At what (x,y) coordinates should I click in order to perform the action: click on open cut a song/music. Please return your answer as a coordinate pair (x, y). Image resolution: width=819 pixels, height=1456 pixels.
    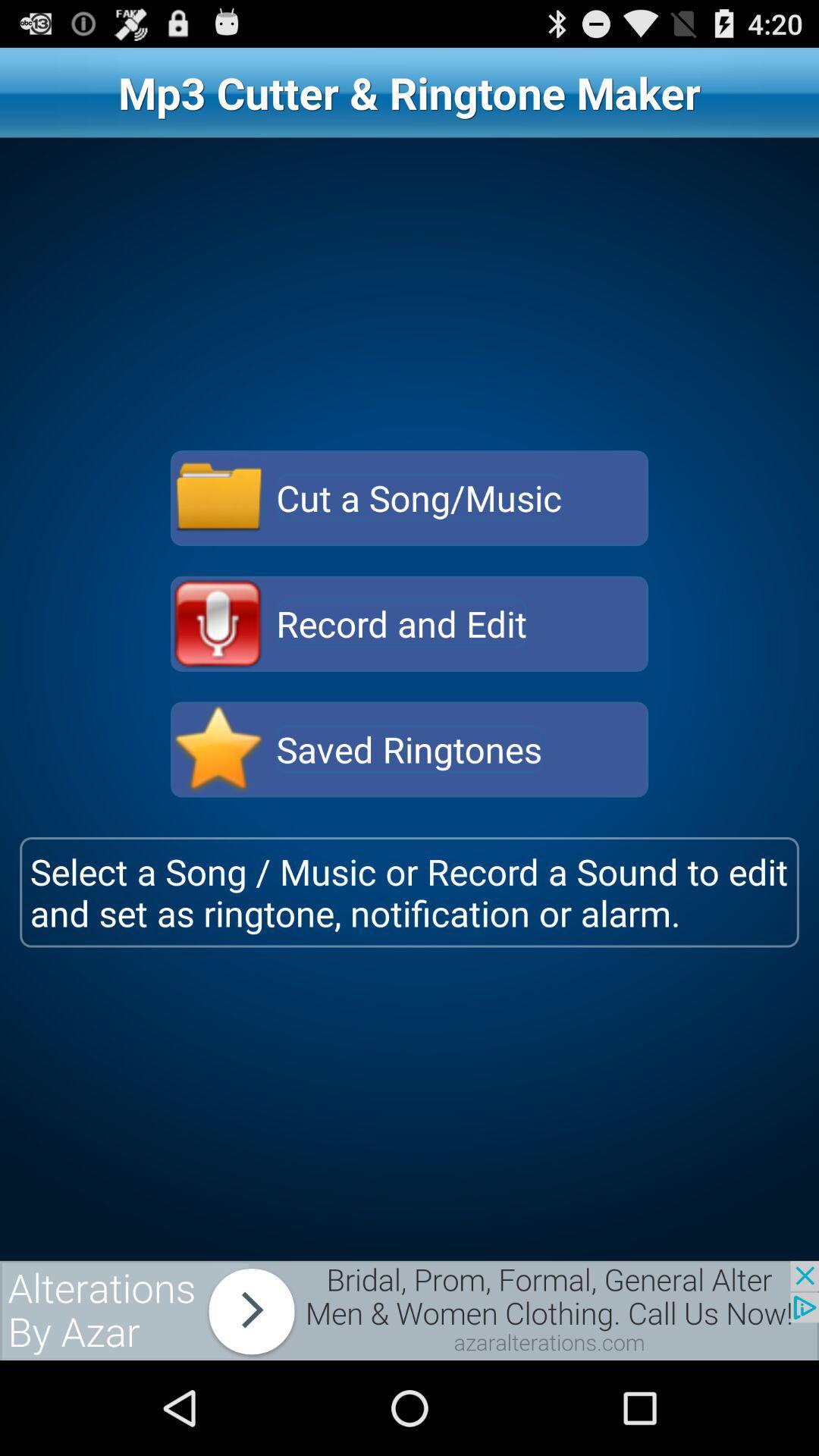
    Looking at the image, I should click on (218, 498).